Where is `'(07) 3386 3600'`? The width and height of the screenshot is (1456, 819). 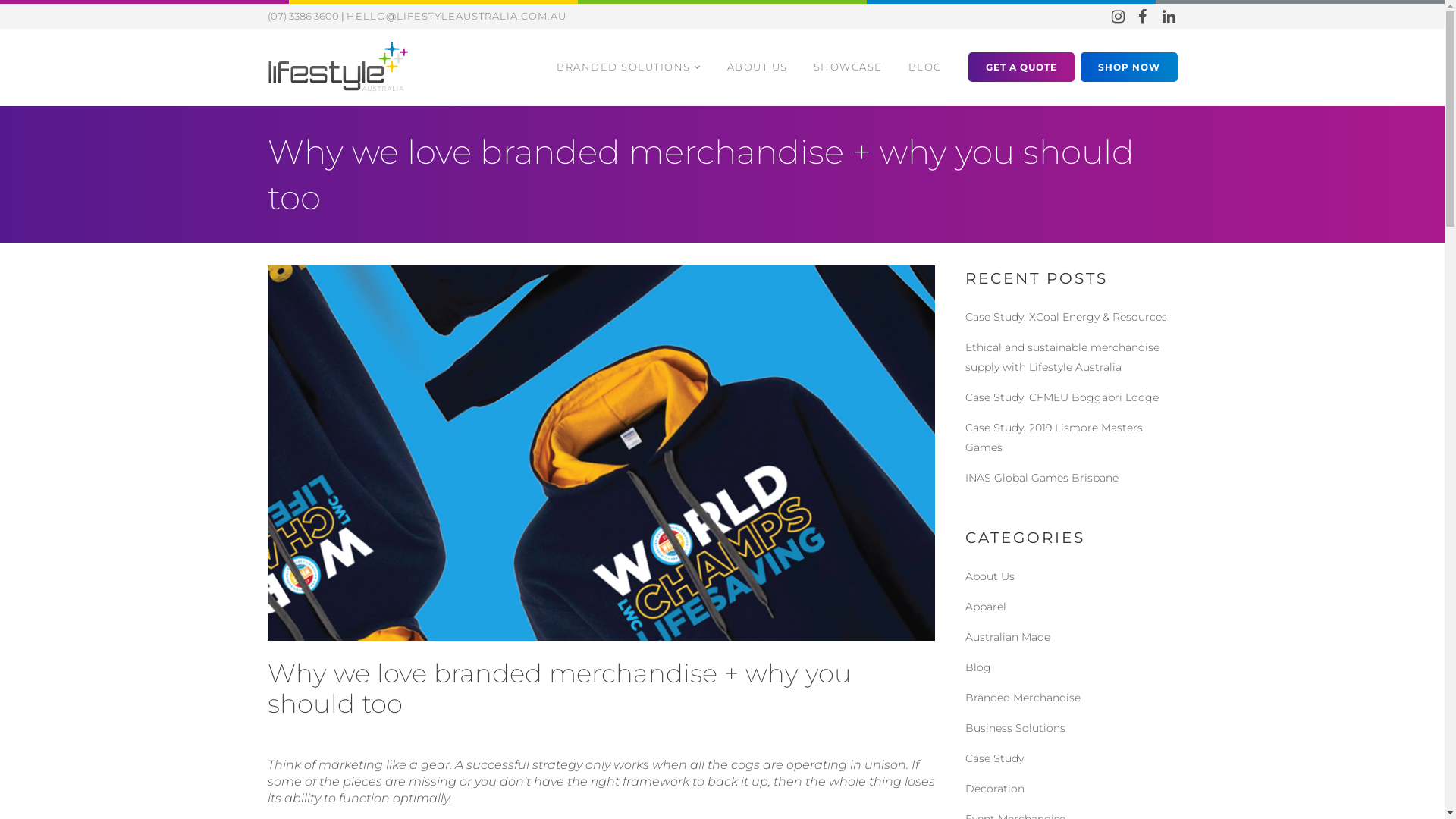
'(07) 3386 3600' is located at coordinates (302, 15).